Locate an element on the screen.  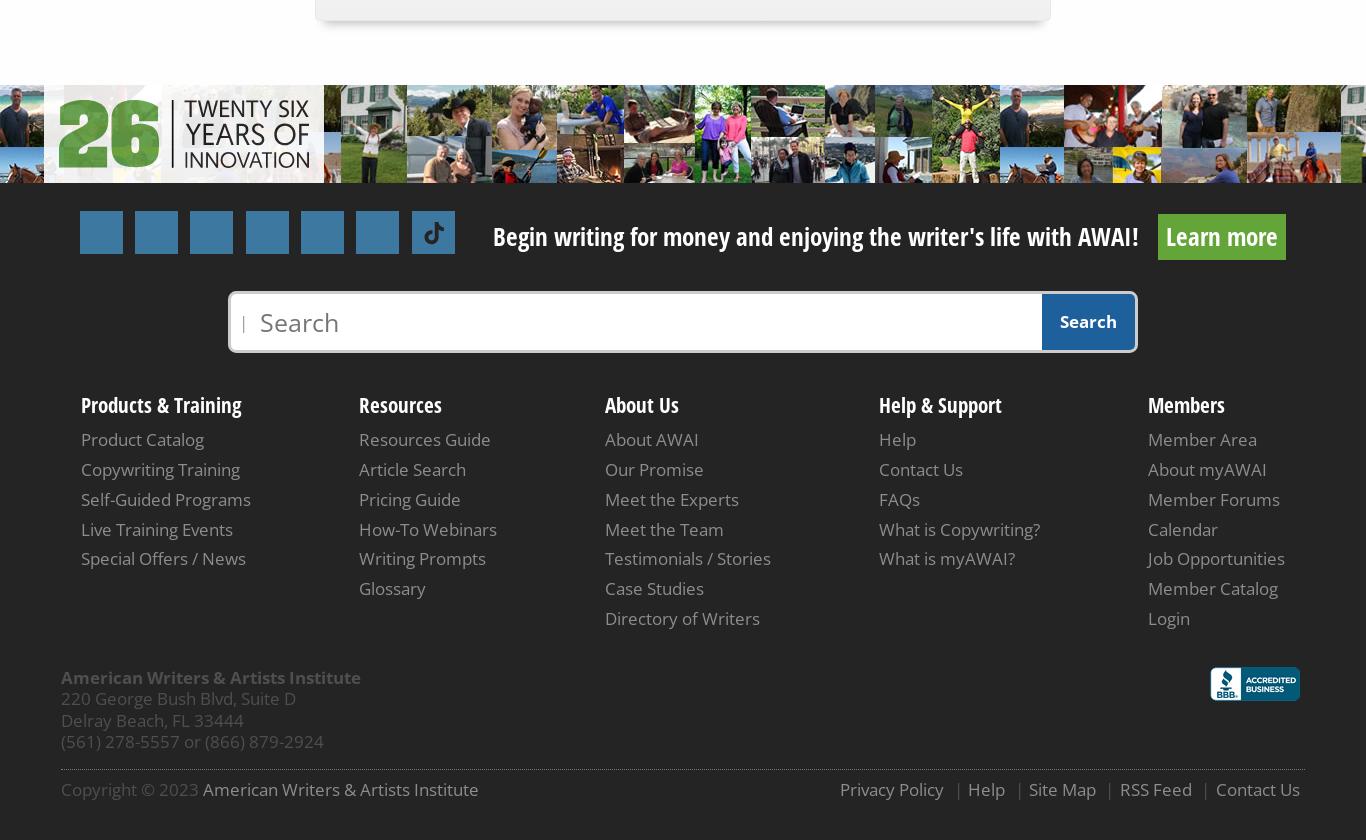
'Site Map' is located at coordinates (1061, 788).